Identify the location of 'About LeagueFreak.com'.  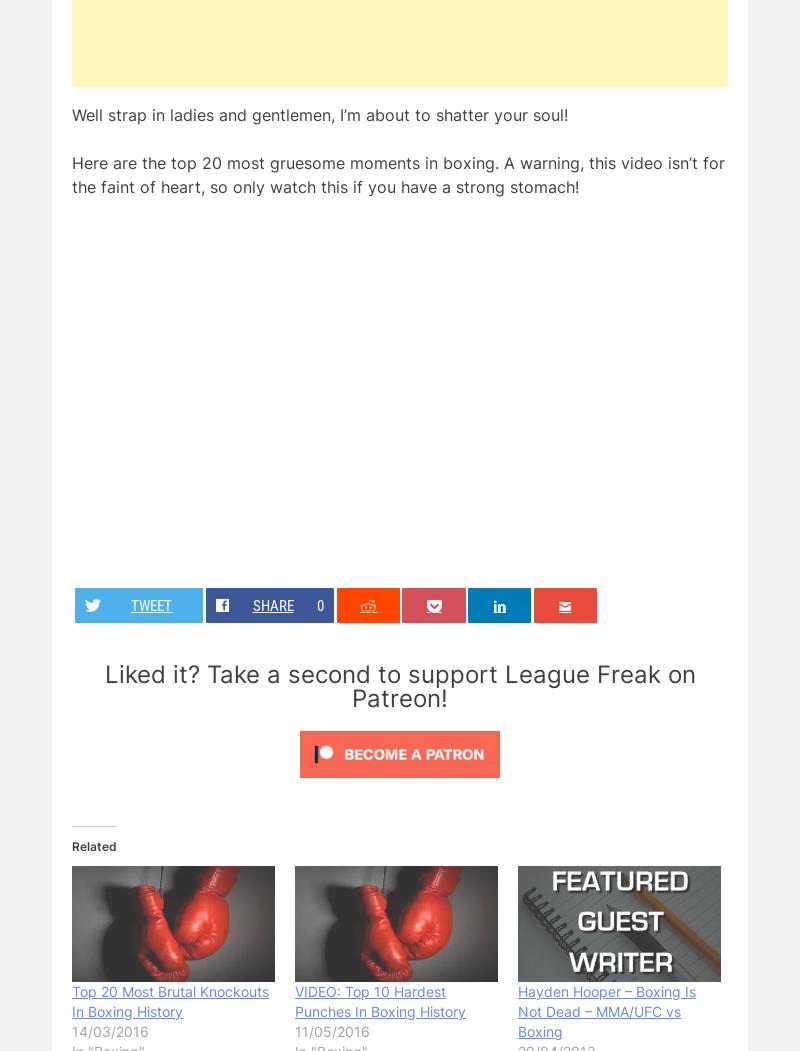
(509, 507).